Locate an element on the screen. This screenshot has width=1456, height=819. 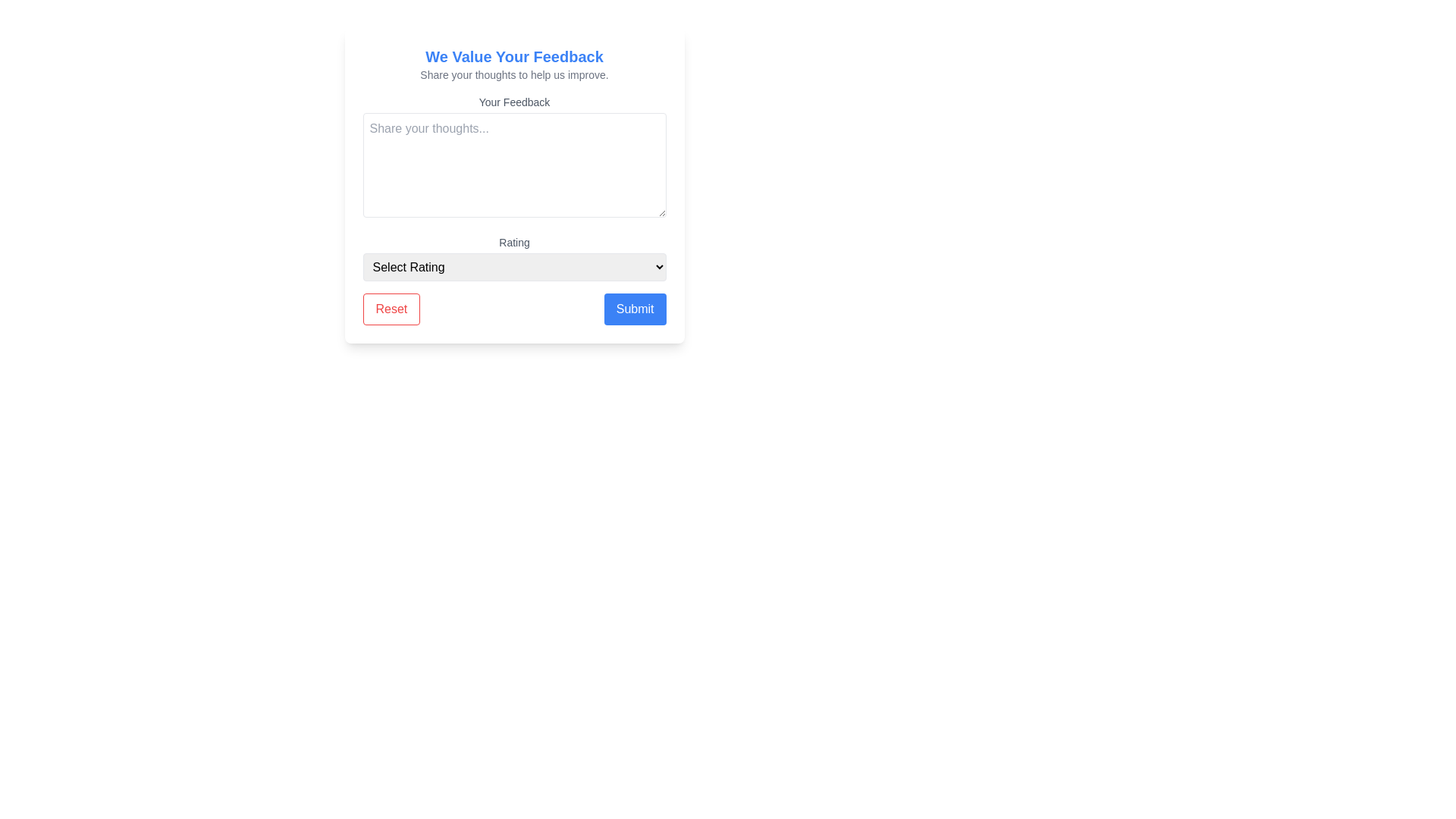
the text label that reads 'Your Feedback.', which is styled with a smaller font size in muted gray and positioned above a multi-line text input box is located at coordinates (514, 102).